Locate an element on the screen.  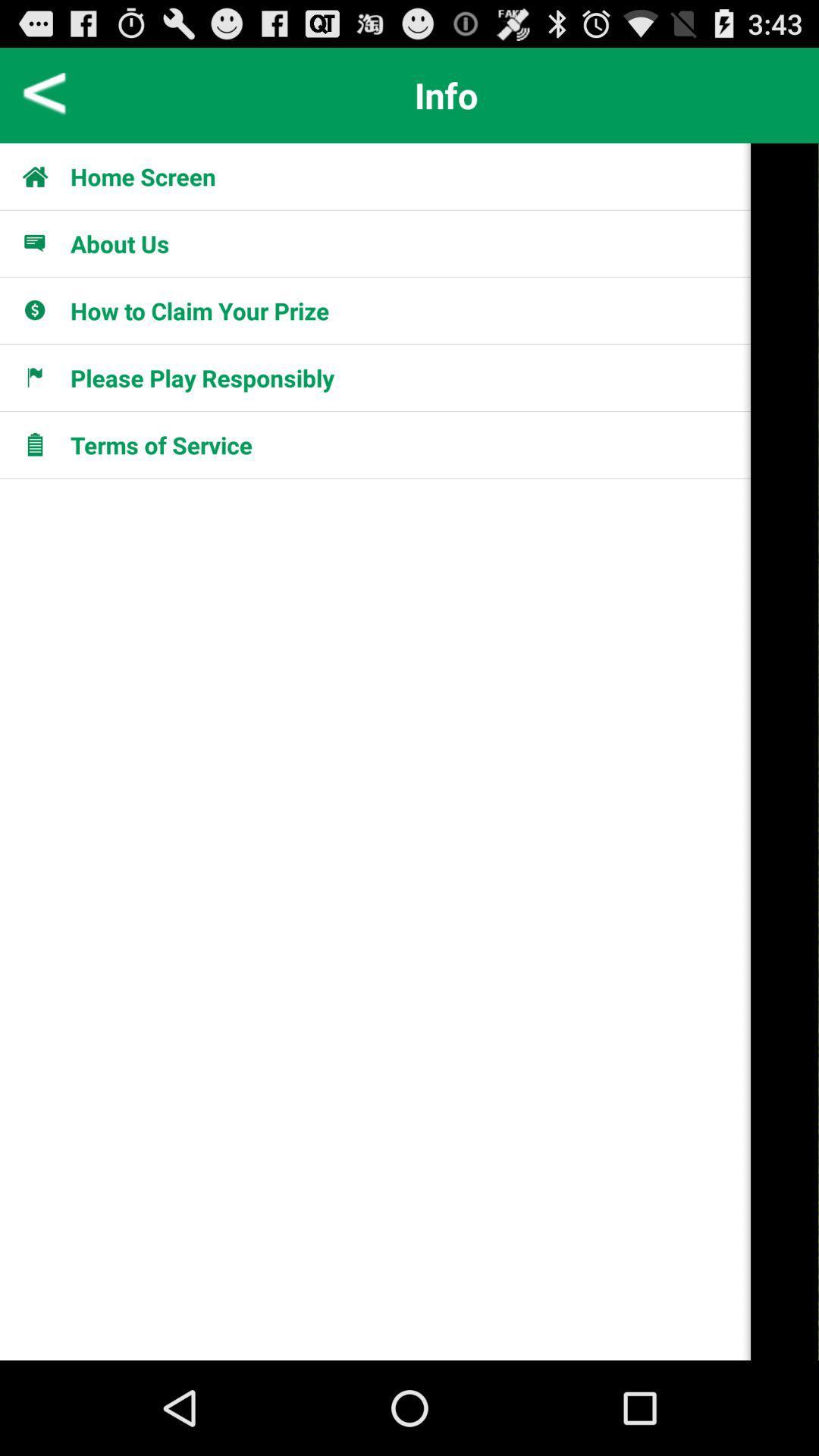
the item next to the home screen icon is located at coordinates (42, 176).